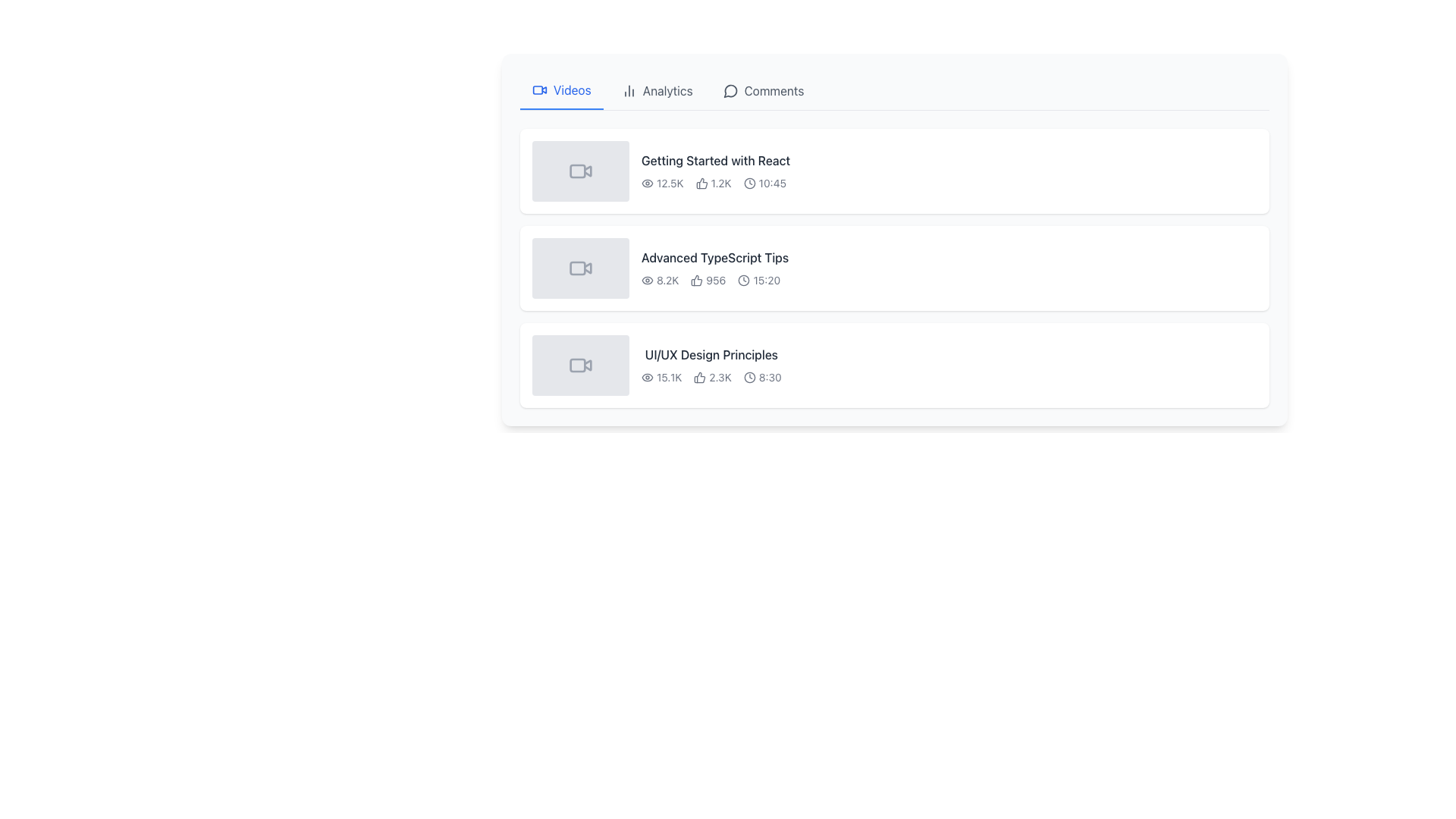 This screenshot has width=1456, height=819. I want to click on the Rectangular SVG shape icon located in the thumbnail of the first video entry 'Getting Started with React' to gather contextual information, so click(577, 171).